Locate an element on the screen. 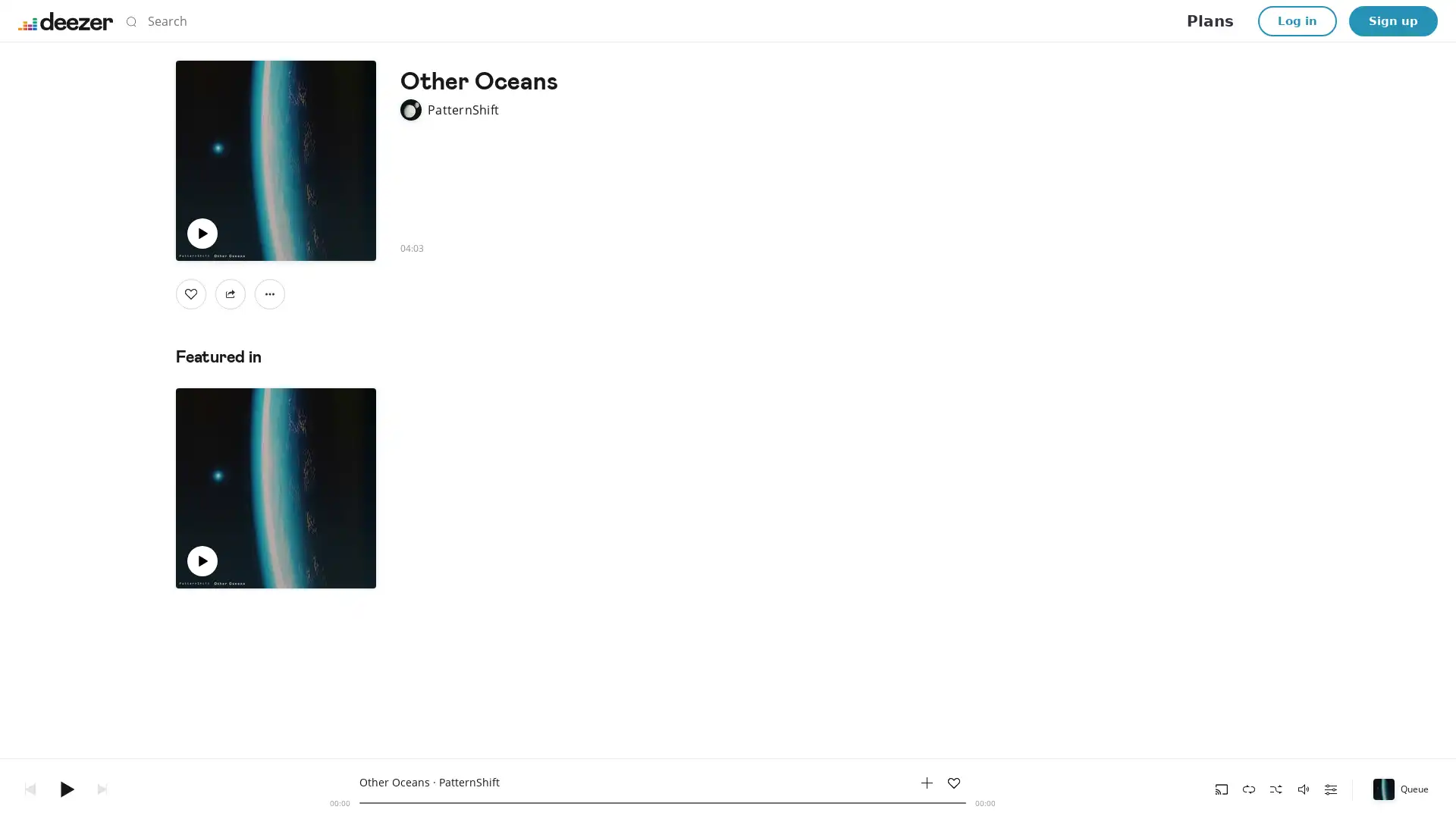 This screenshot has height=819, width=1456. Clear is located at coordinates (967, 20).